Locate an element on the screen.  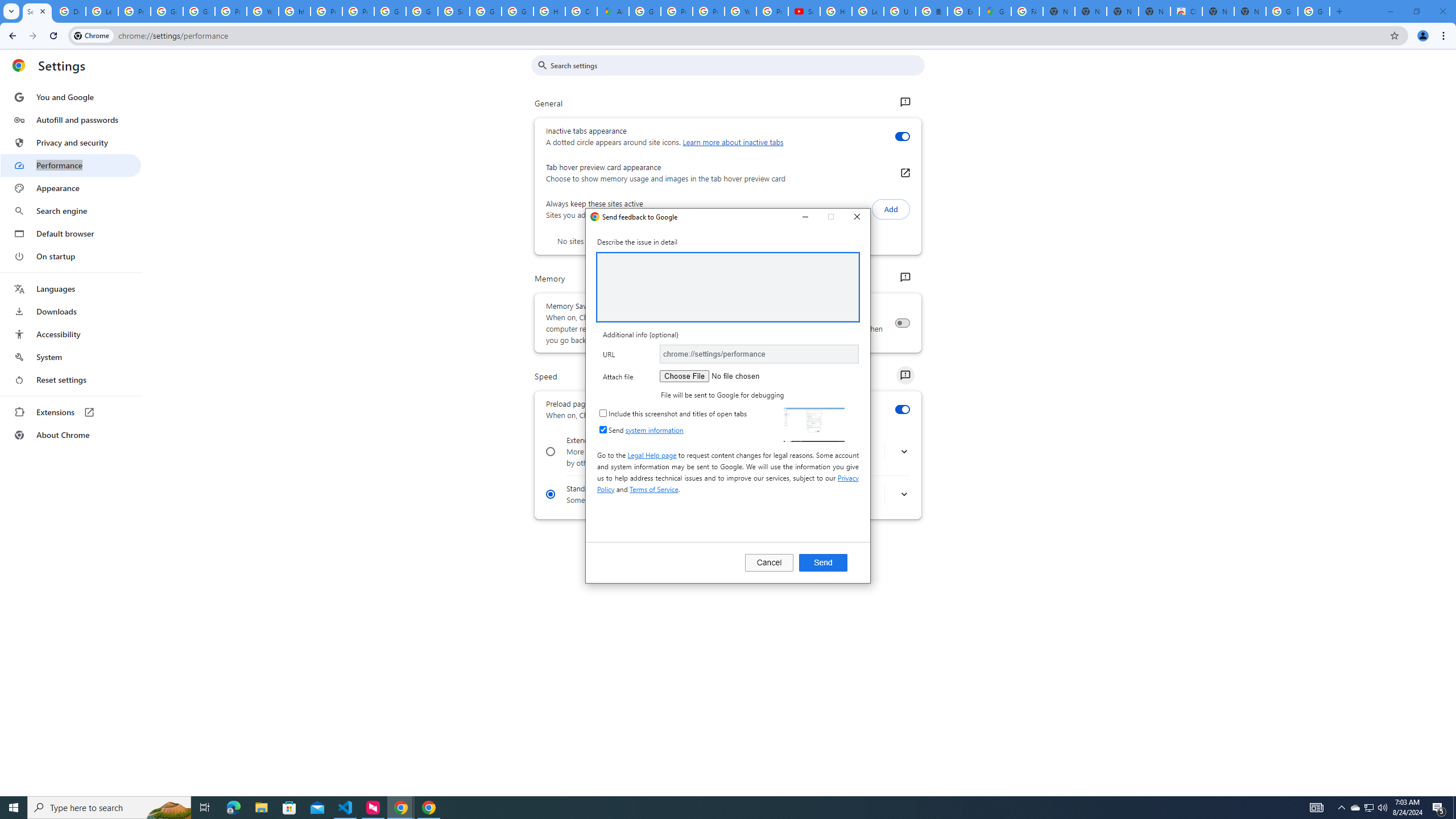
'About Chrome' is located at coordinates (70, 434).